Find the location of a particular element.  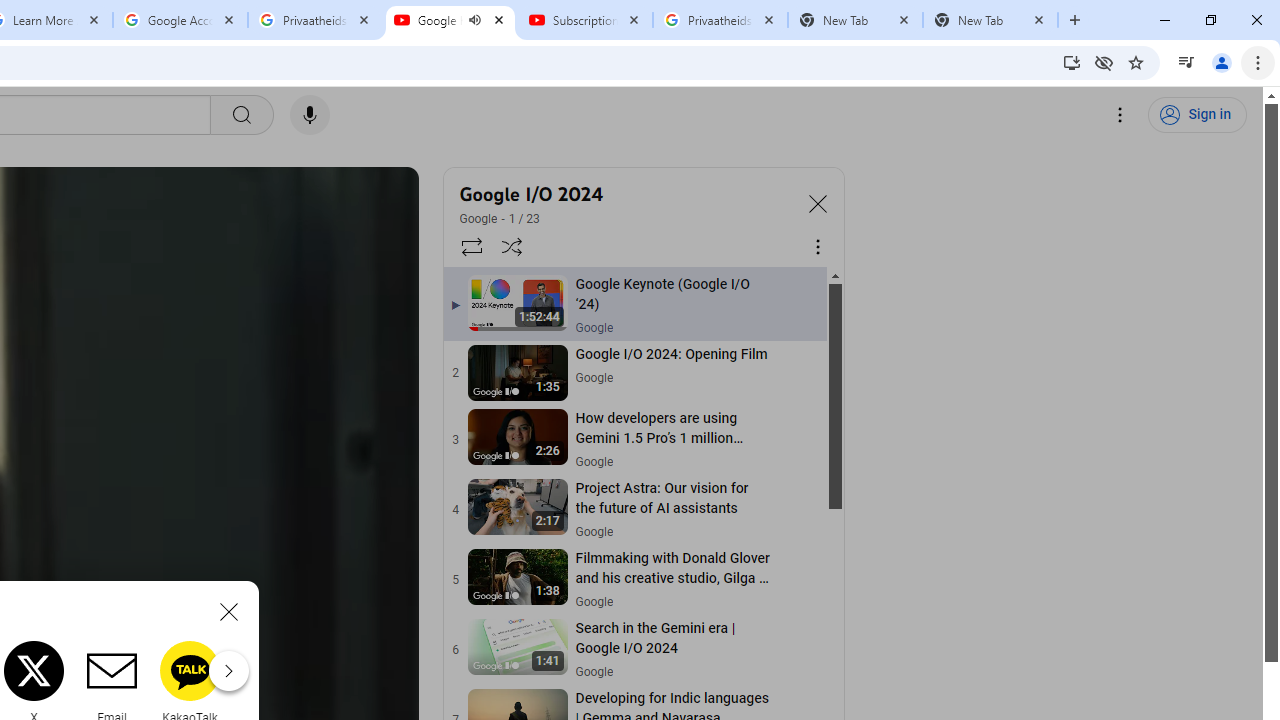

'Cancel' is located at coordinates (229, 610).